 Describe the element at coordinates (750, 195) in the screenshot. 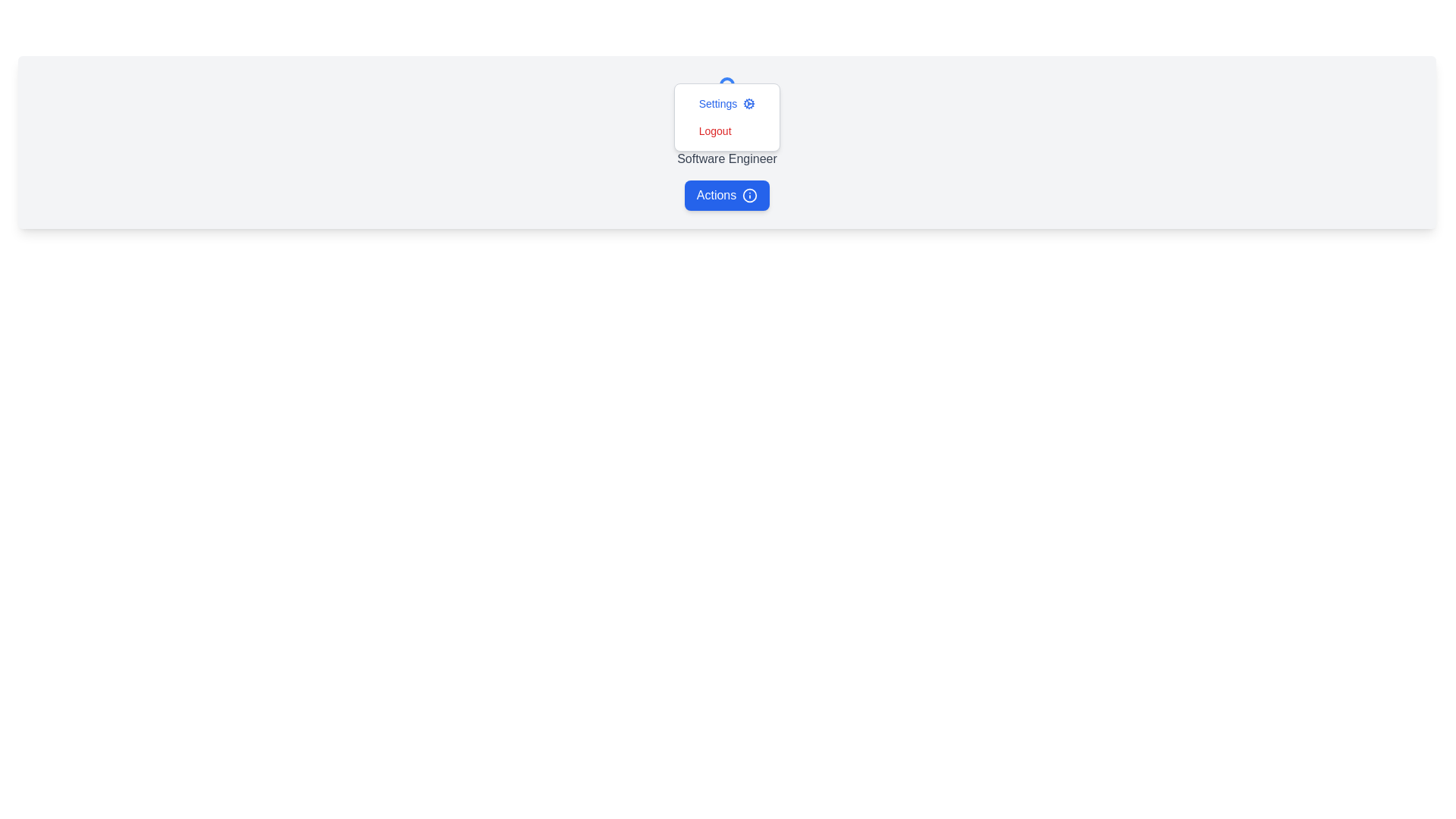

I see `the circular icon element located at the right edge of the 'Actions' button, which is part of a compact component with several elements grouped together` at that location.